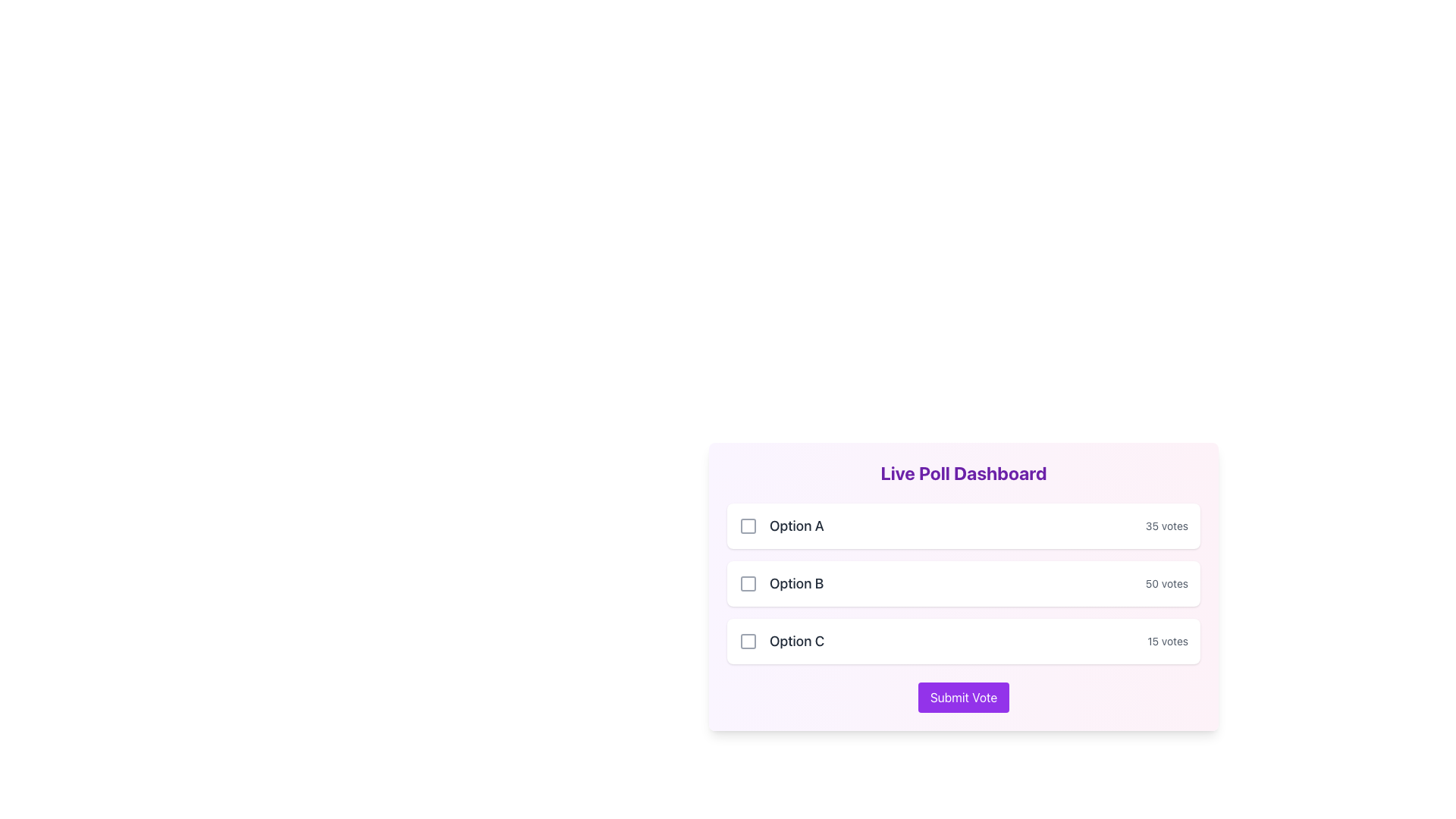 This screenshot has width=1456, height=819. What do you see at coordinates (1166, 526) in the screenshot?
I see `the text element displaying '35 votes', which is styled in a small gray font and located on the right side of the voting options for 'Option A'` at bounding box center [1166, 526].